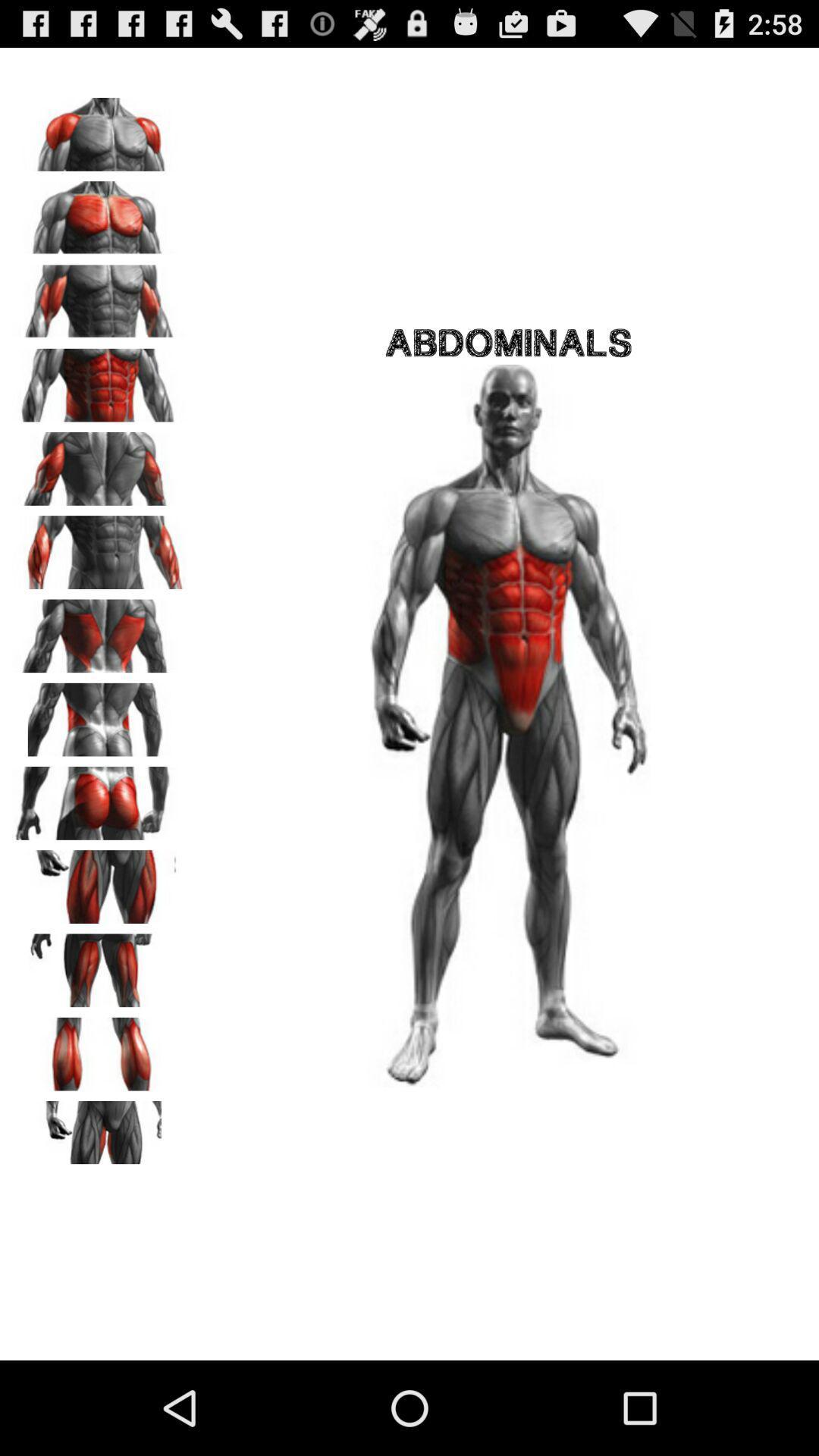 This screenshot has height=1456, width=819. I want to click on highlight specified muscles, so click(99, 546).